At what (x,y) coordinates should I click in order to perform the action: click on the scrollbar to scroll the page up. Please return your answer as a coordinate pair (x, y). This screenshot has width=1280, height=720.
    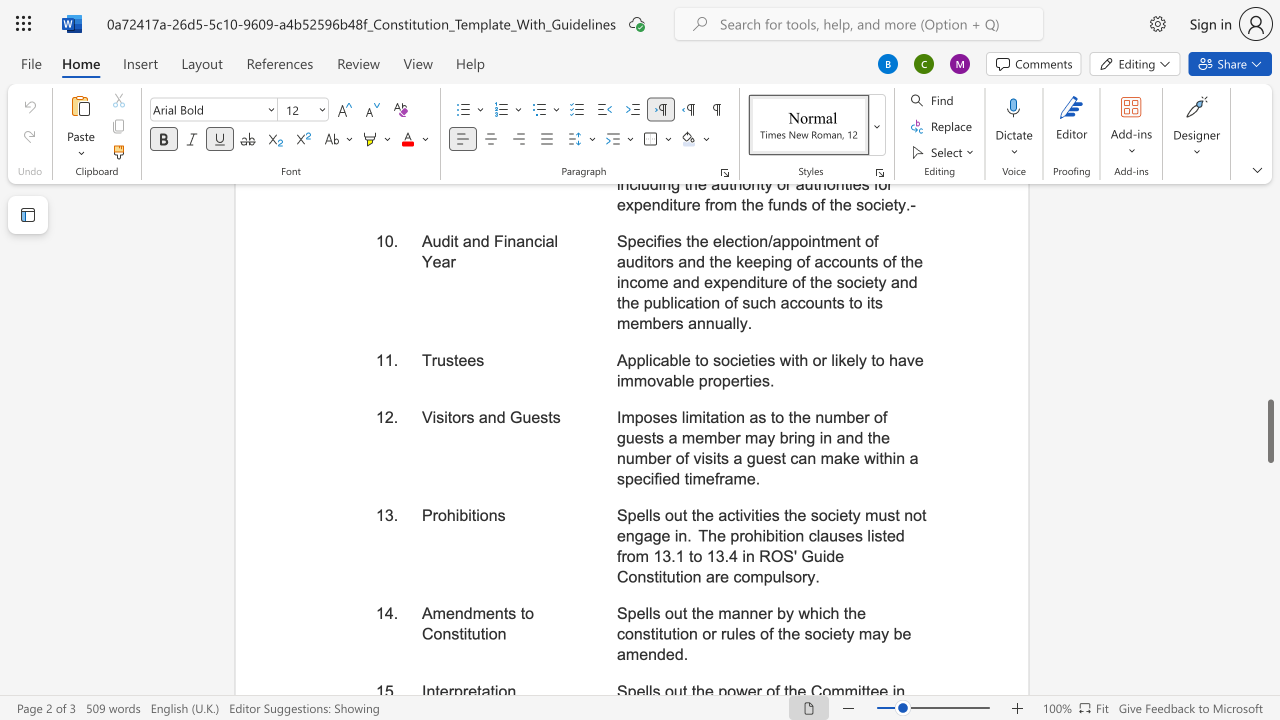
    Looking at the image, I should click on (1269, 248).